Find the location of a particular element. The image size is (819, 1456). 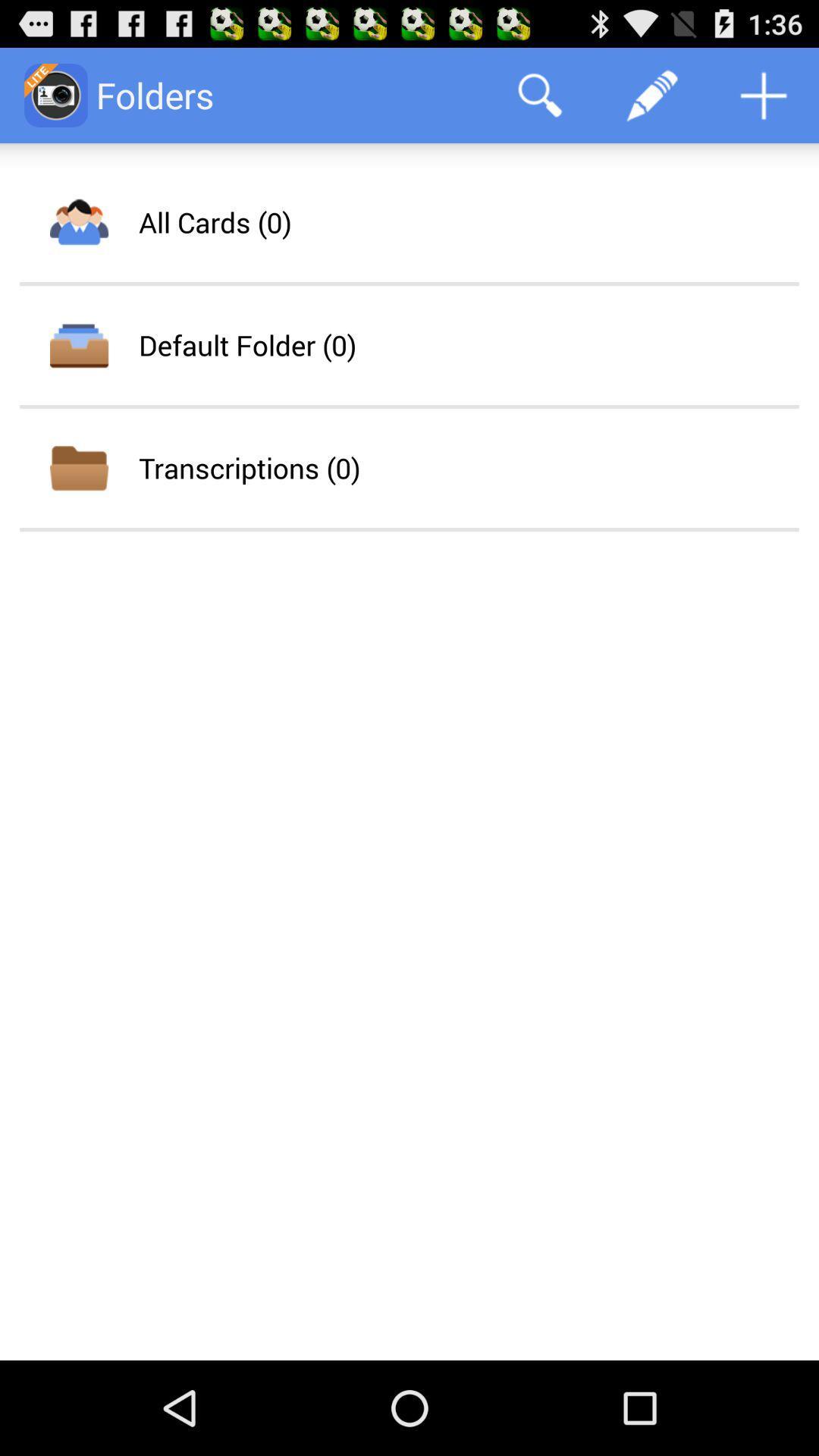

item to the right of folders app is located at coordinates (539, 94).